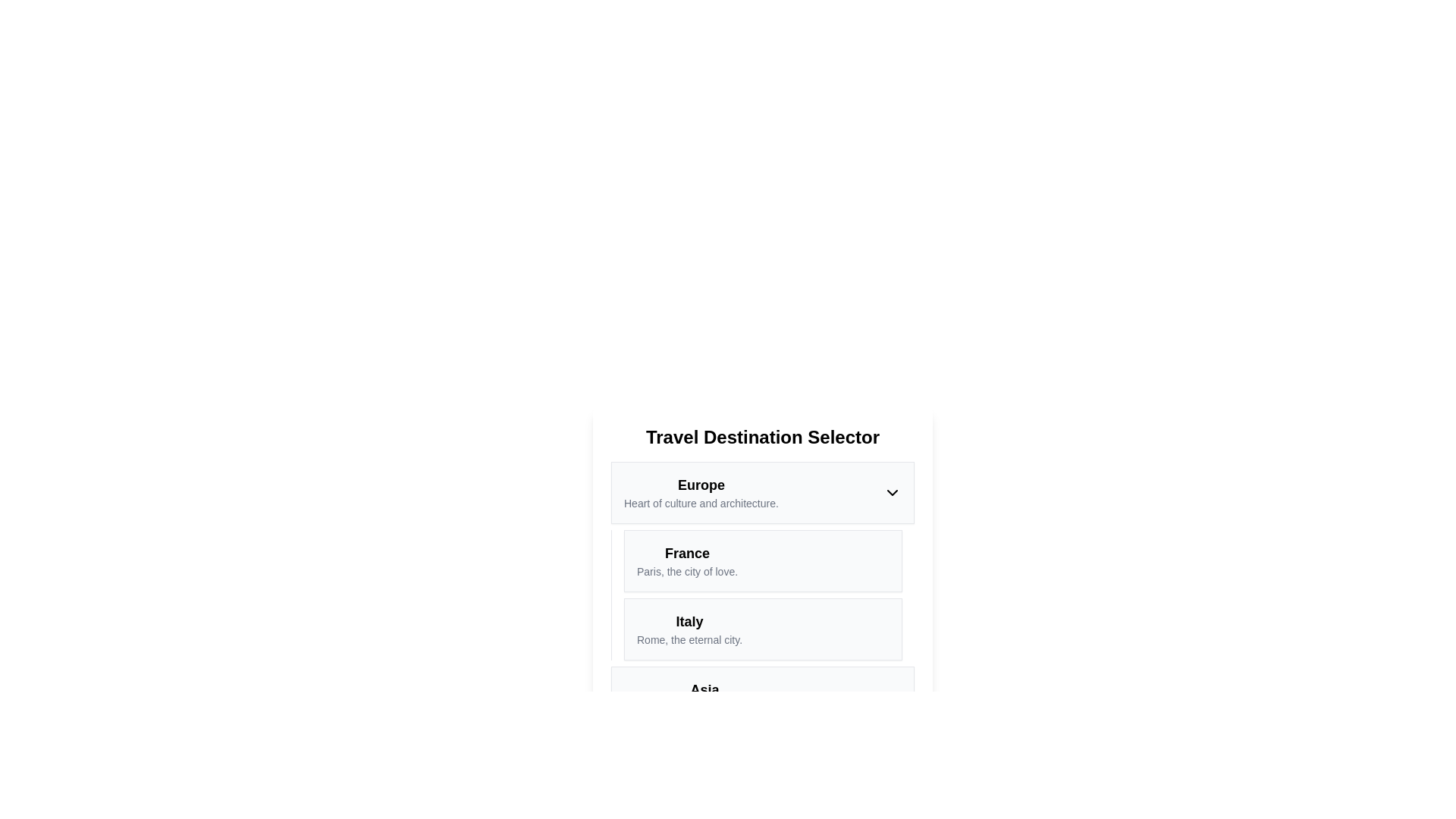 This screenshot has height=819, width=1456. What do you see at coordinates (763, 561) in the screenshot?
I see `the details in the Text Box providing information about France, which is located below the 'Europe' section header and above the 'Italy' box` at bounding box center [763, 561].